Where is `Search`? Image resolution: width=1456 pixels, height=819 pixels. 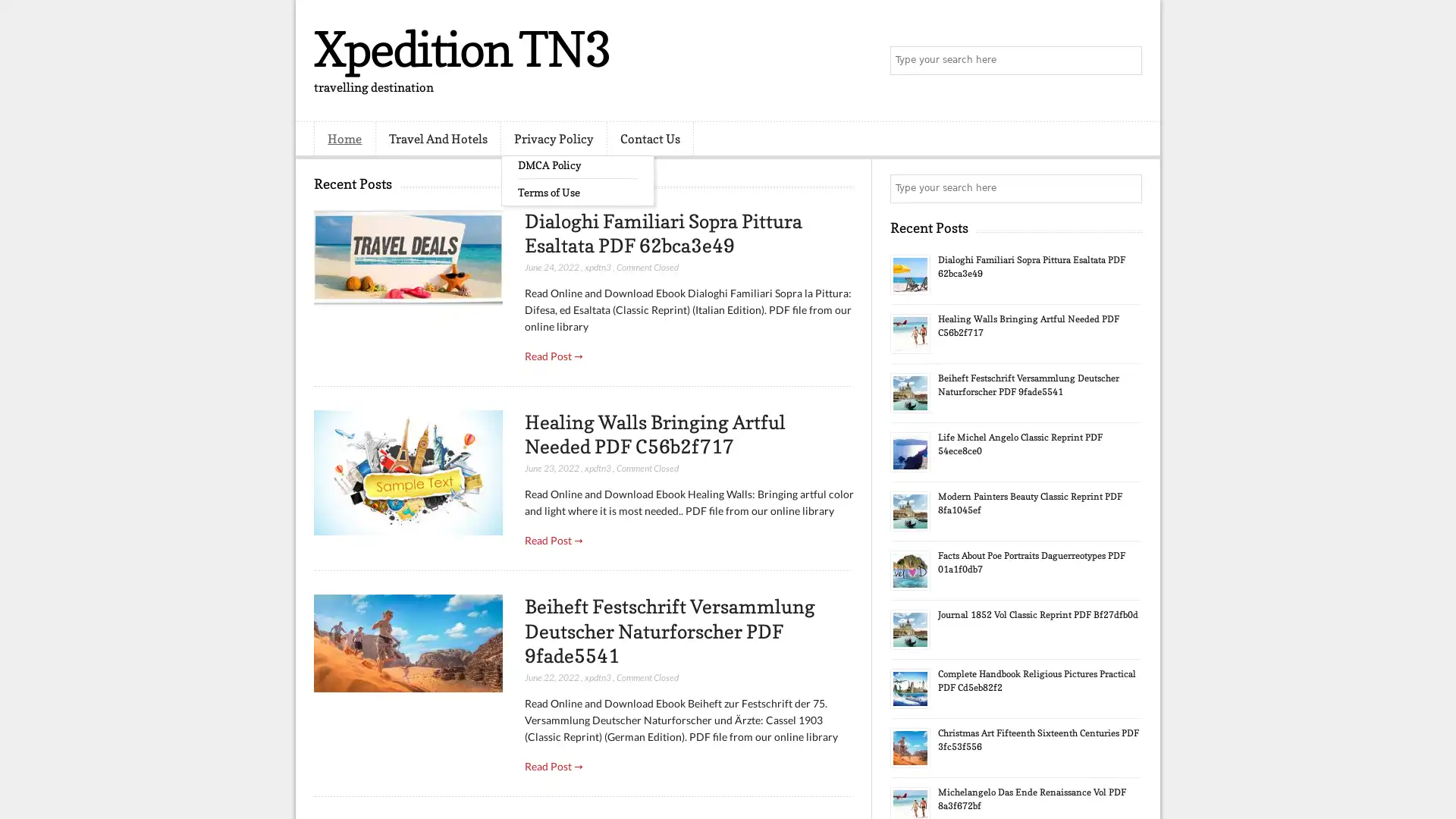 Search is located at coordinates (1126, 61).